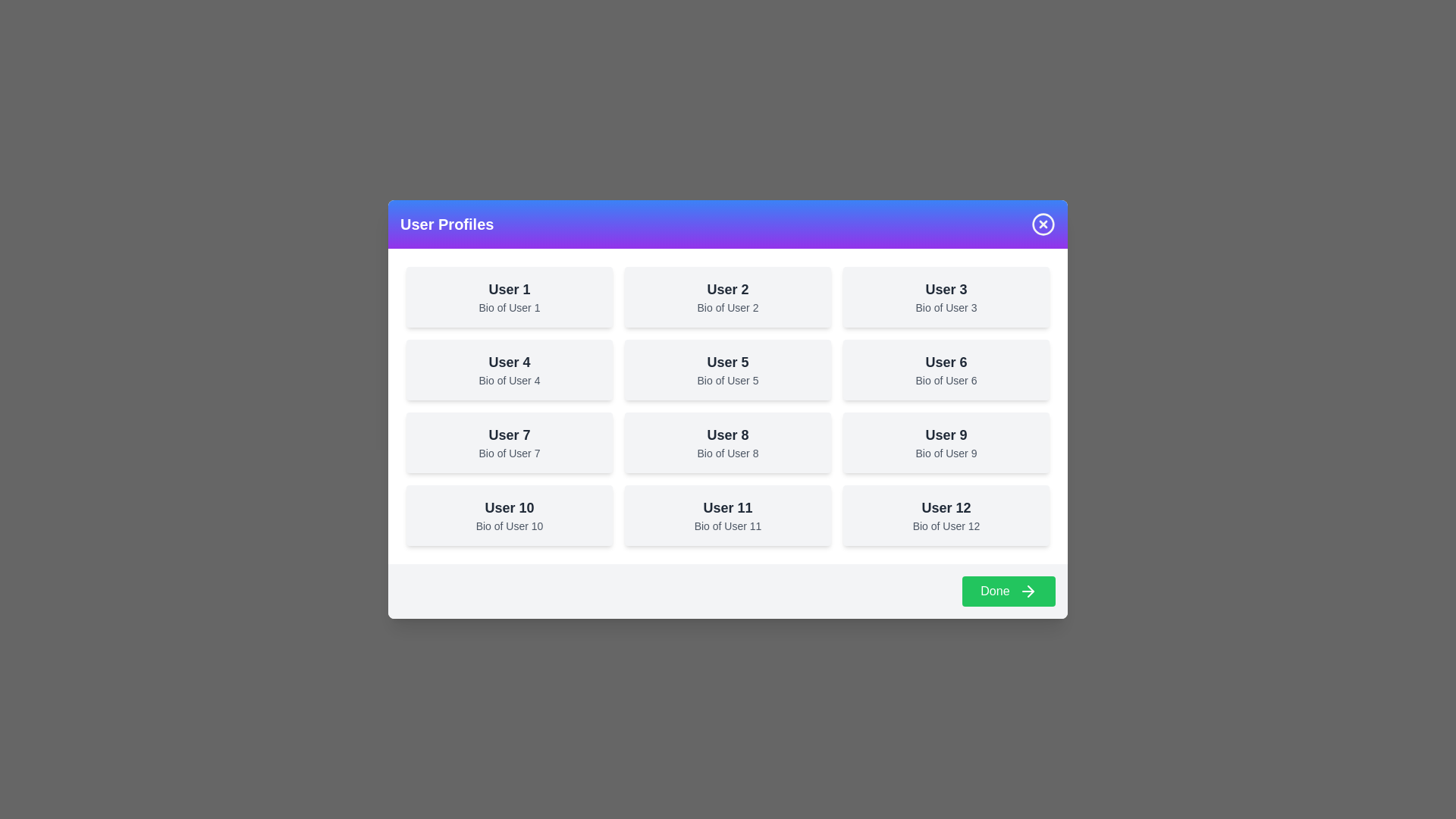 The image size is (1456, 819). Describe the element at coordinates (1043, 224) in the screenshot. I see `the close button in the top-right corner of the UserProfileGridDialog` at that location.